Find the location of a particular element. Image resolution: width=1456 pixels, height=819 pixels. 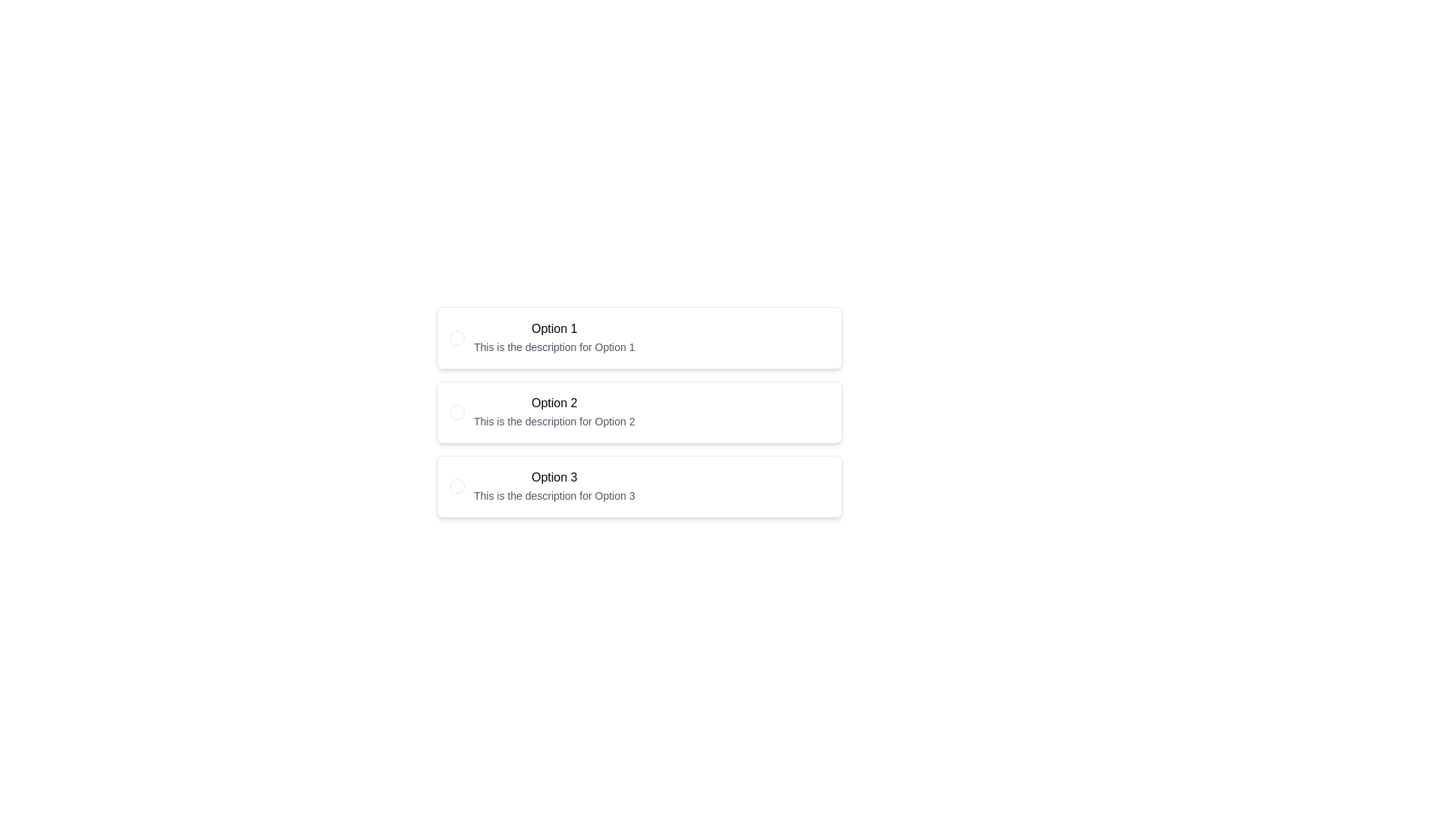

the text block displaying 'This is the description for Option 1', which is styled in a smaller font size and light gray color, positioned directly below the 'Option 1' label is located at coordinates (554, 347).